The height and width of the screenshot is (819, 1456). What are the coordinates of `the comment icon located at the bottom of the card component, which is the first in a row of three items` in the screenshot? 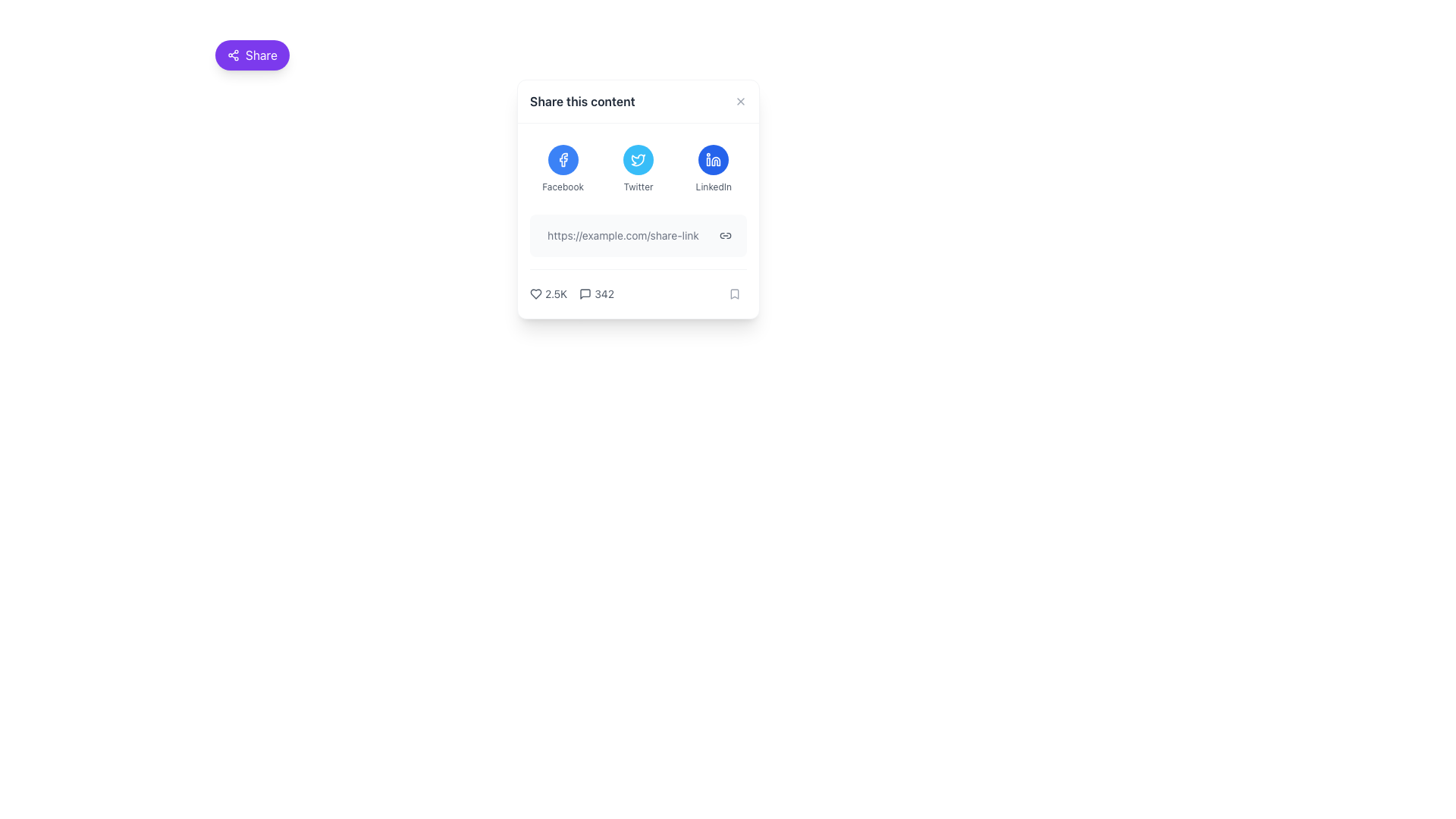 It's located at (585, 294).